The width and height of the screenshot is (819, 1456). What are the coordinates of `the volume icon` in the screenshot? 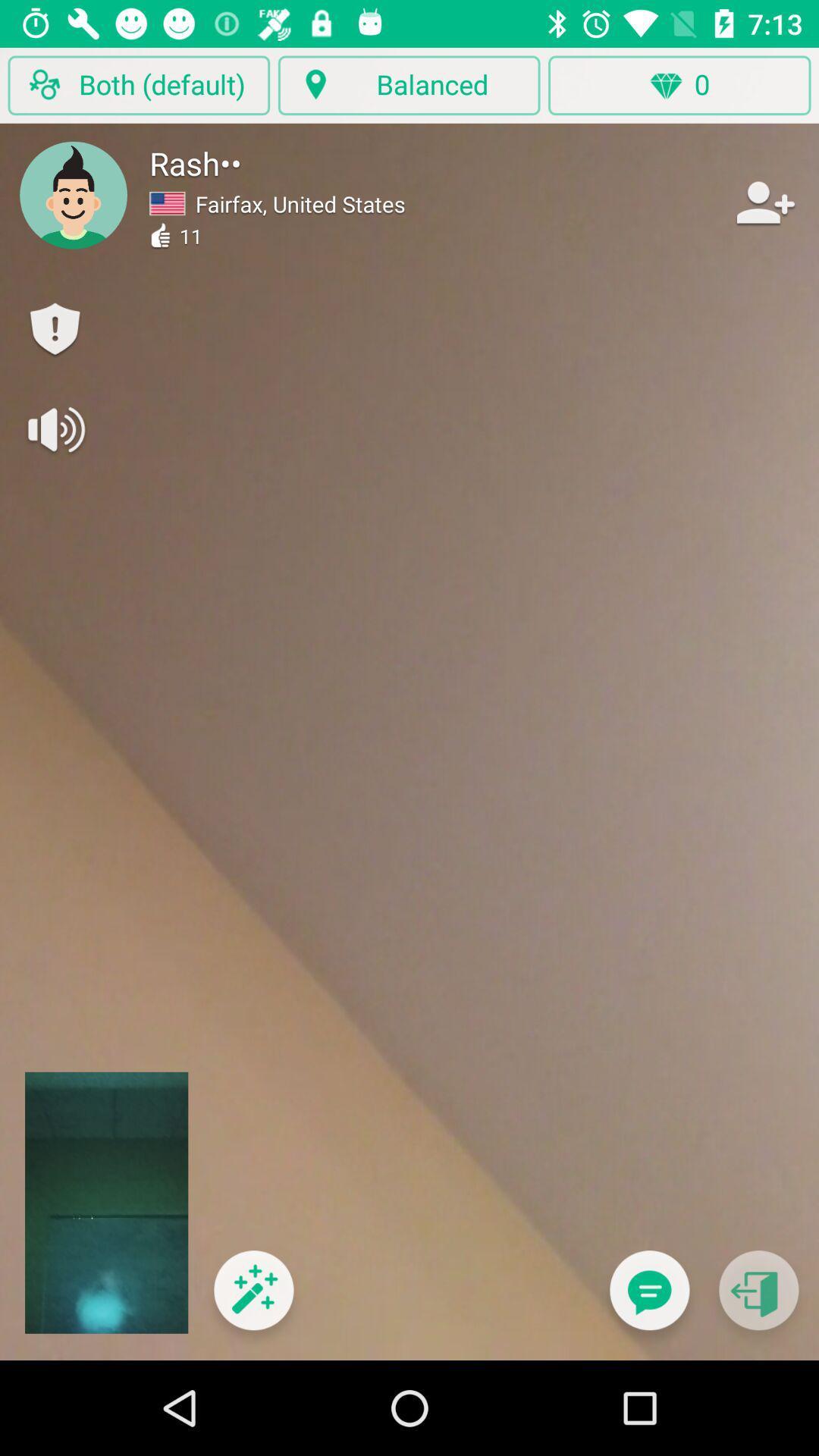 It's located at (54, 428).